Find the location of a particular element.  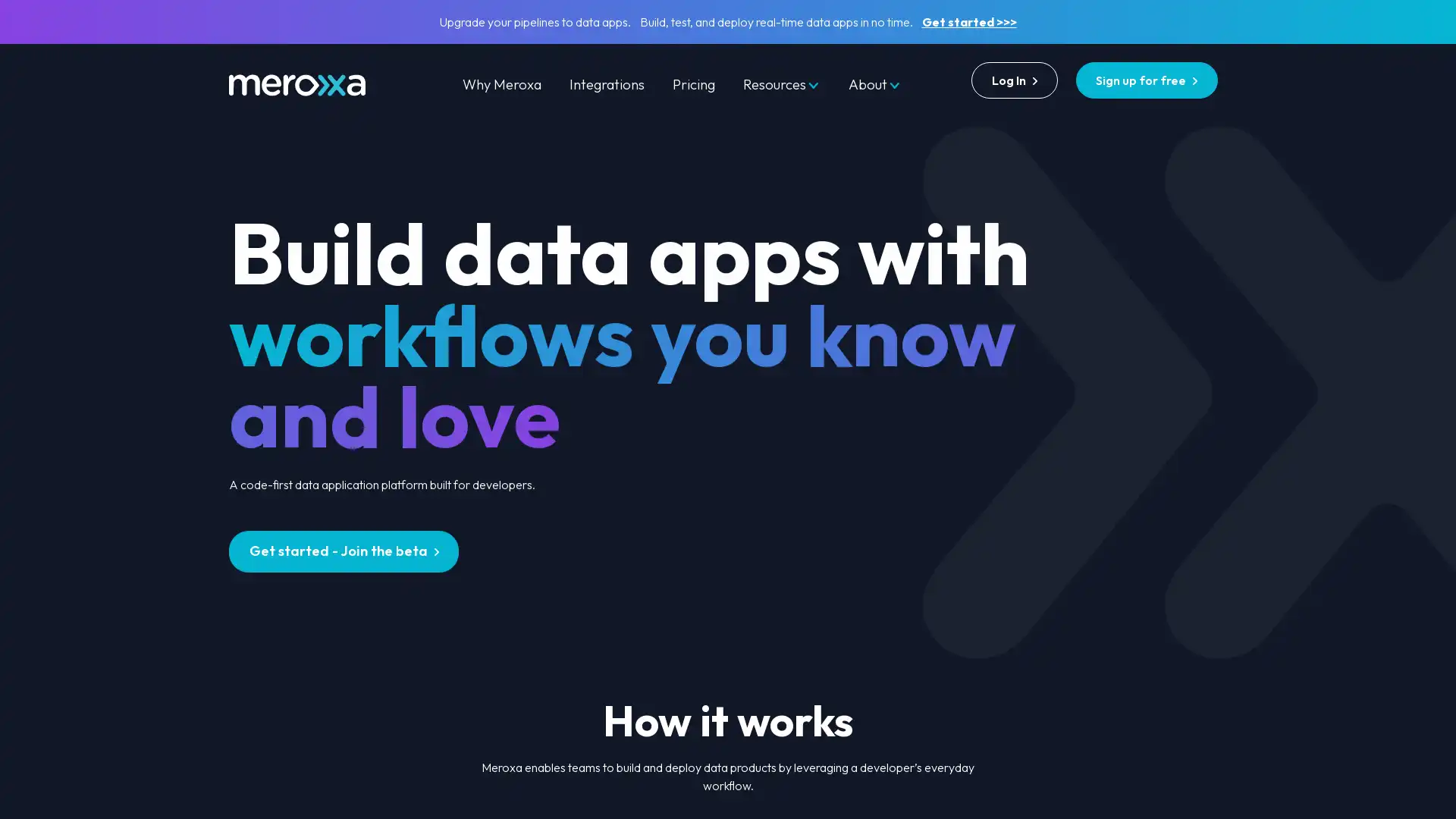

About is located at coordinates (874, 84).